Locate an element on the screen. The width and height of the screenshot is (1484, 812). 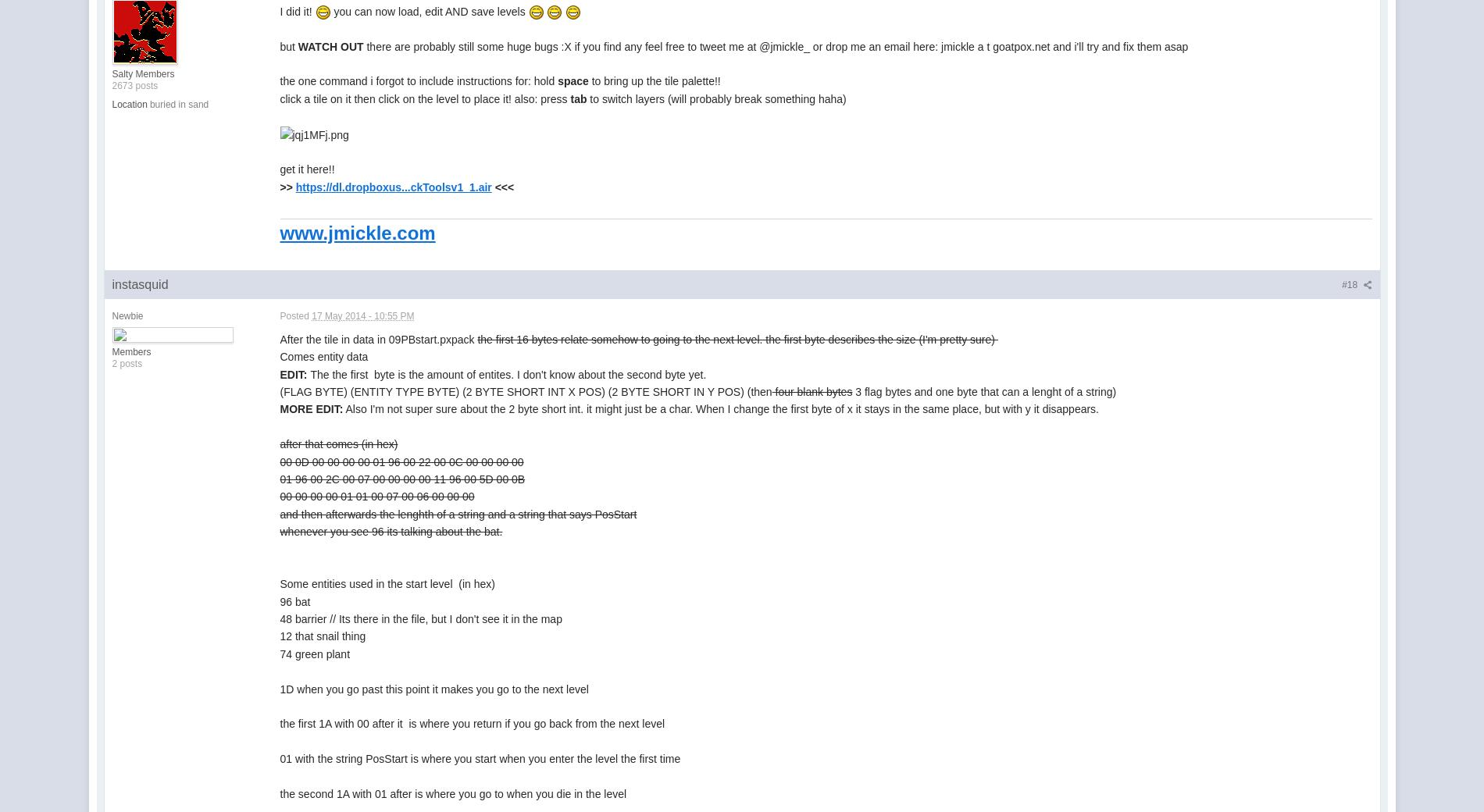
'<<<' is located at coordinates (502, 186).